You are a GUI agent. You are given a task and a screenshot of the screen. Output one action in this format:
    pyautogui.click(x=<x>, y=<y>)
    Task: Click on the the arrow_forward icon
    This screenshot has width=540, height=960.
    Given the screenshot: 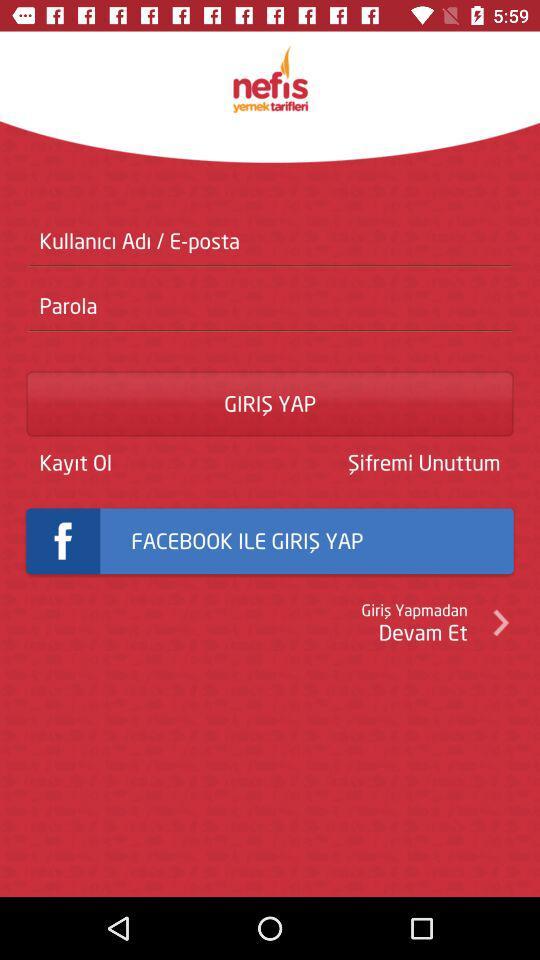 What is the action you would take?
    pyautogui.click(x=499, y=621)
    